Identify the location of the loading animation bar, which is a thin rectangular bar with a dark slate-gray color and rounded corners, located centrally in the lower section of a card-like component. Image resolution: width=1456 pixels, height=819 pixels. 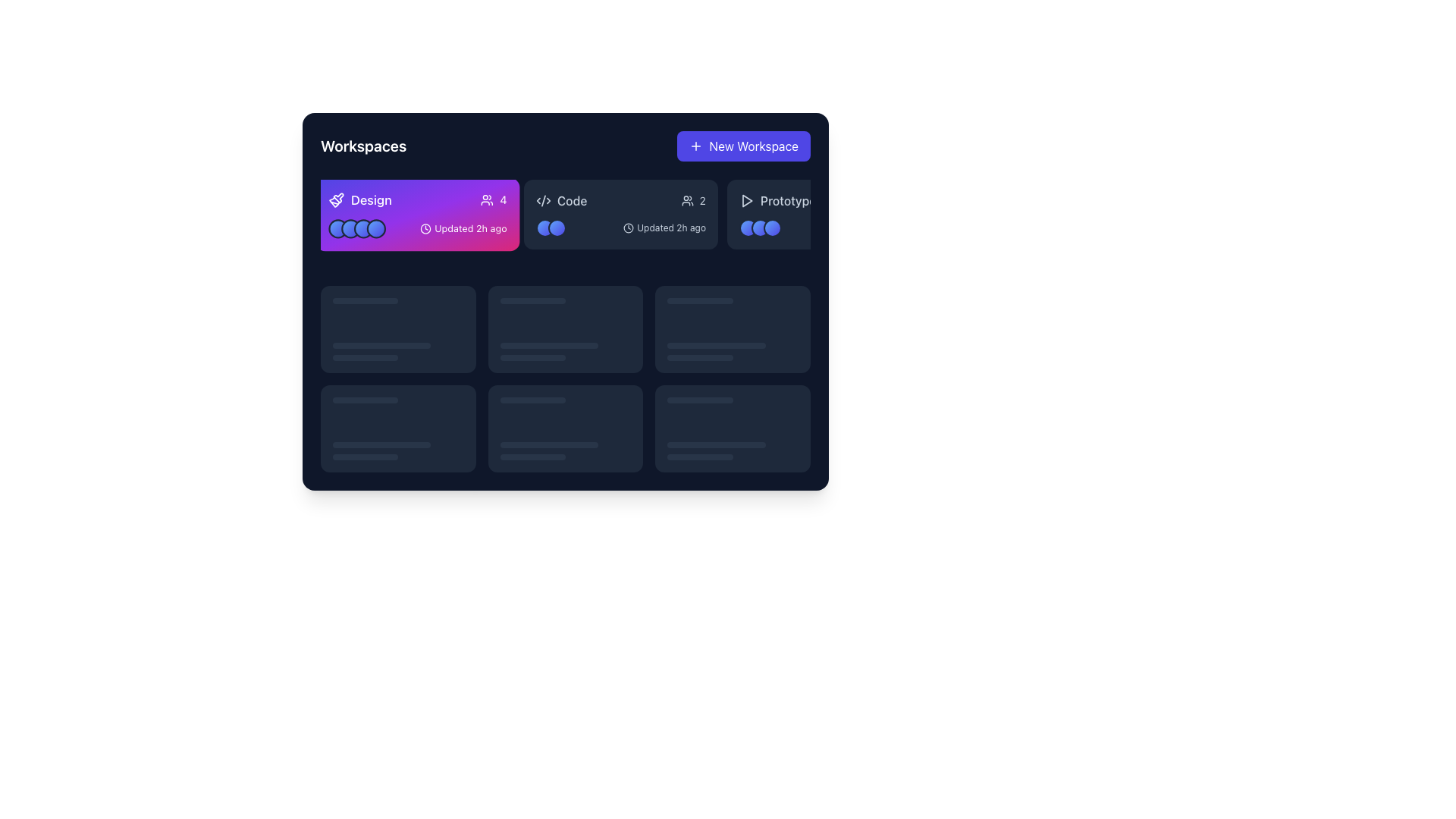
(532, 400).